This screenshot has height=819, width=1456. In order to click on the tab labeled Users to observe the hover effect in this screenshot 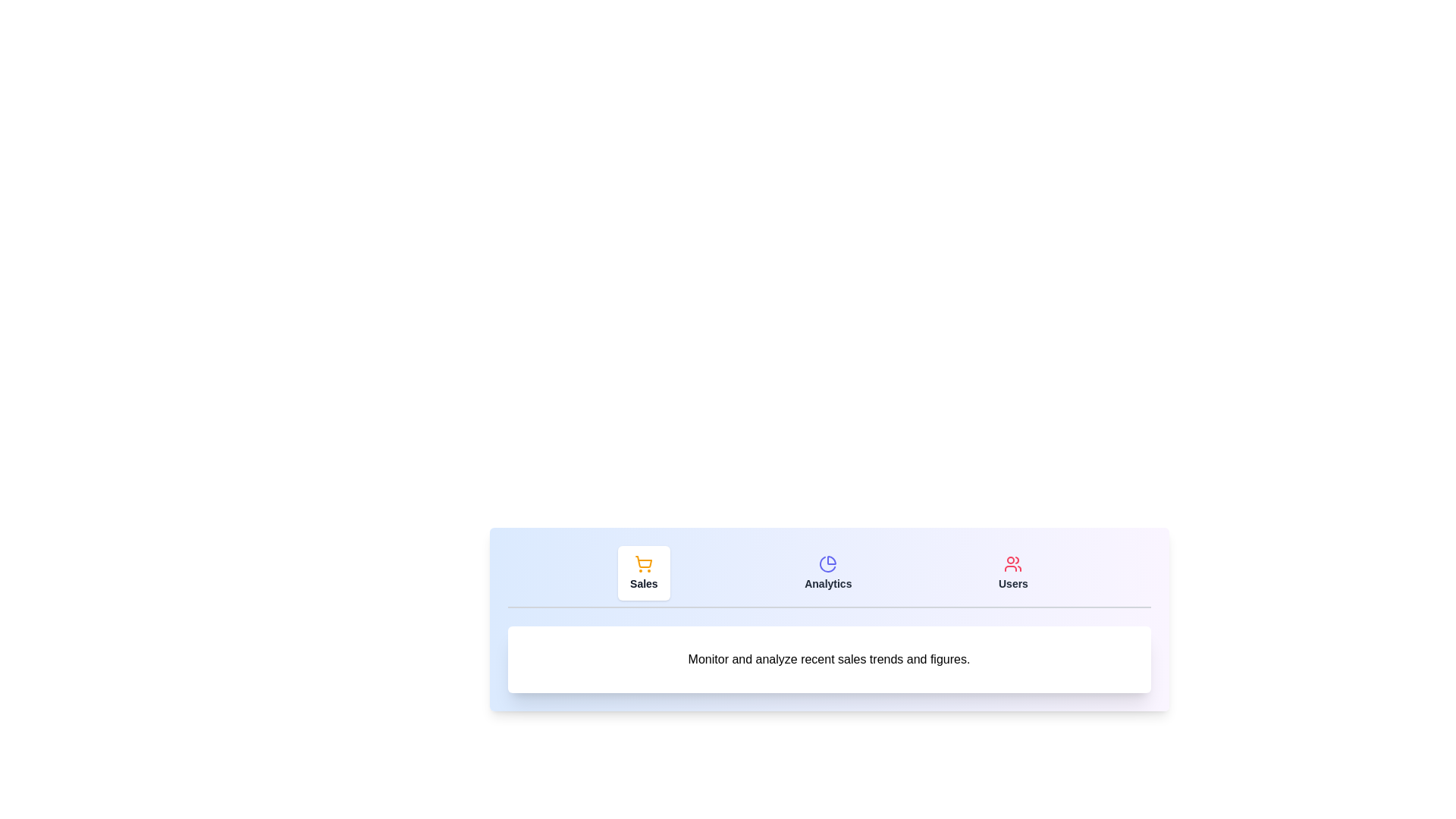, I will do `click(1013, 573)`.